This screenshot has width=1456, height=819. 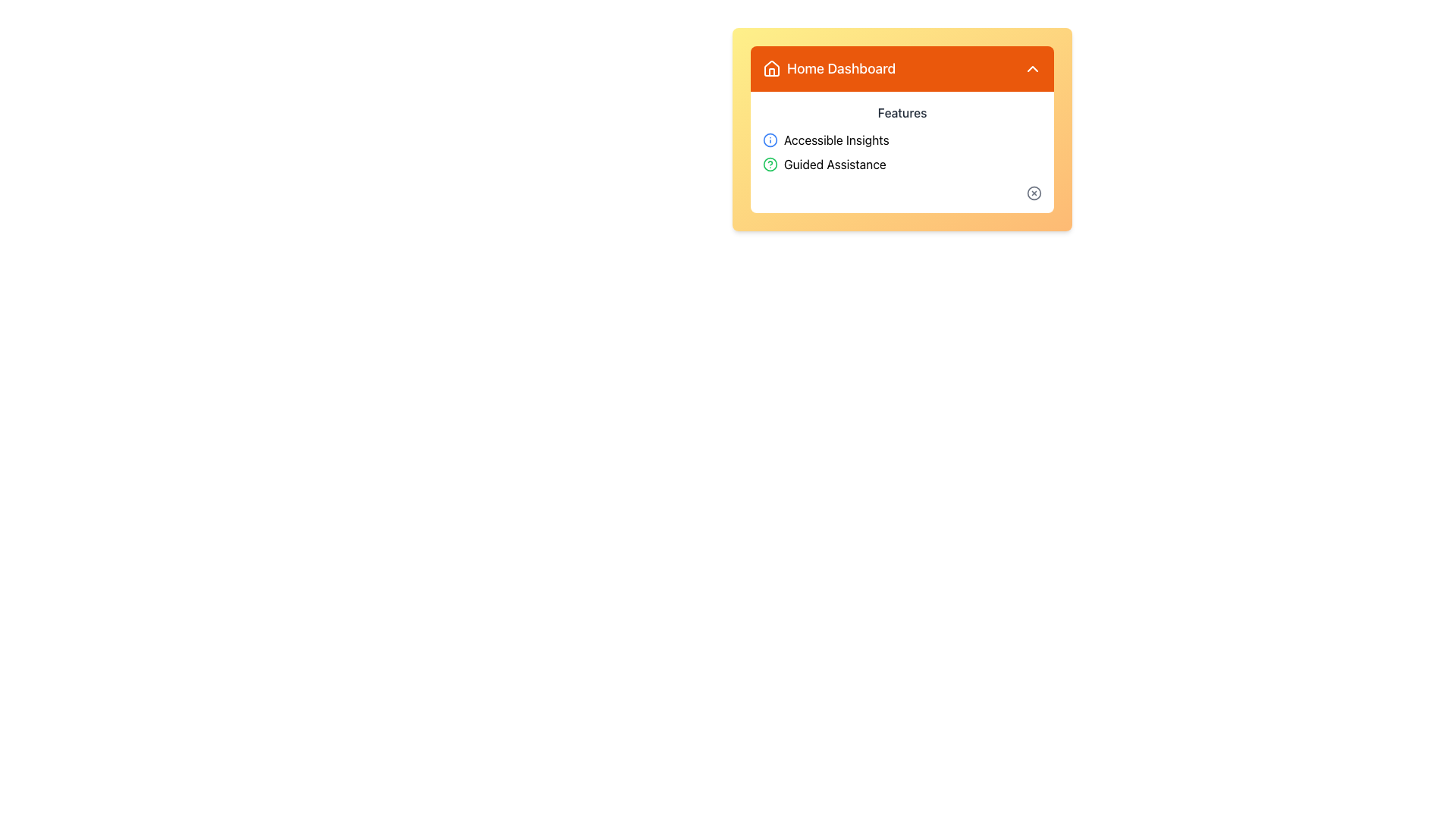 I want to click on the informational cue icon related to 'Accessible Insights' located to the left of the text in the 'Features' section of the card interface, so click(x=770, y=140).